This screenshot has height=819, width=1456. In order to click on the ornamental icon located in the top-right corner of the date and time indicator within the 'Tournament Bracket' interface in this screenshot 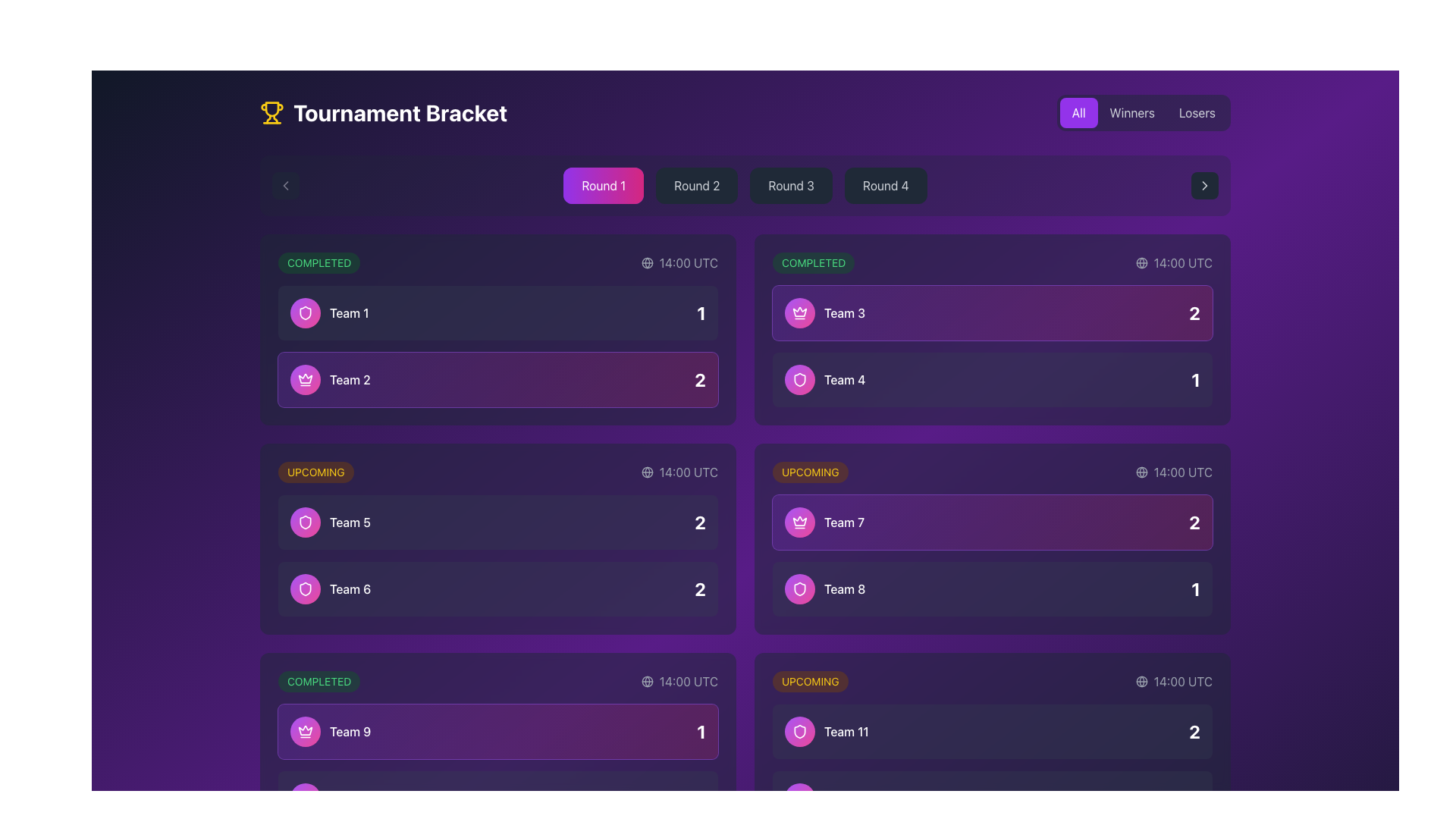, I will do `click(1141, 680)`.